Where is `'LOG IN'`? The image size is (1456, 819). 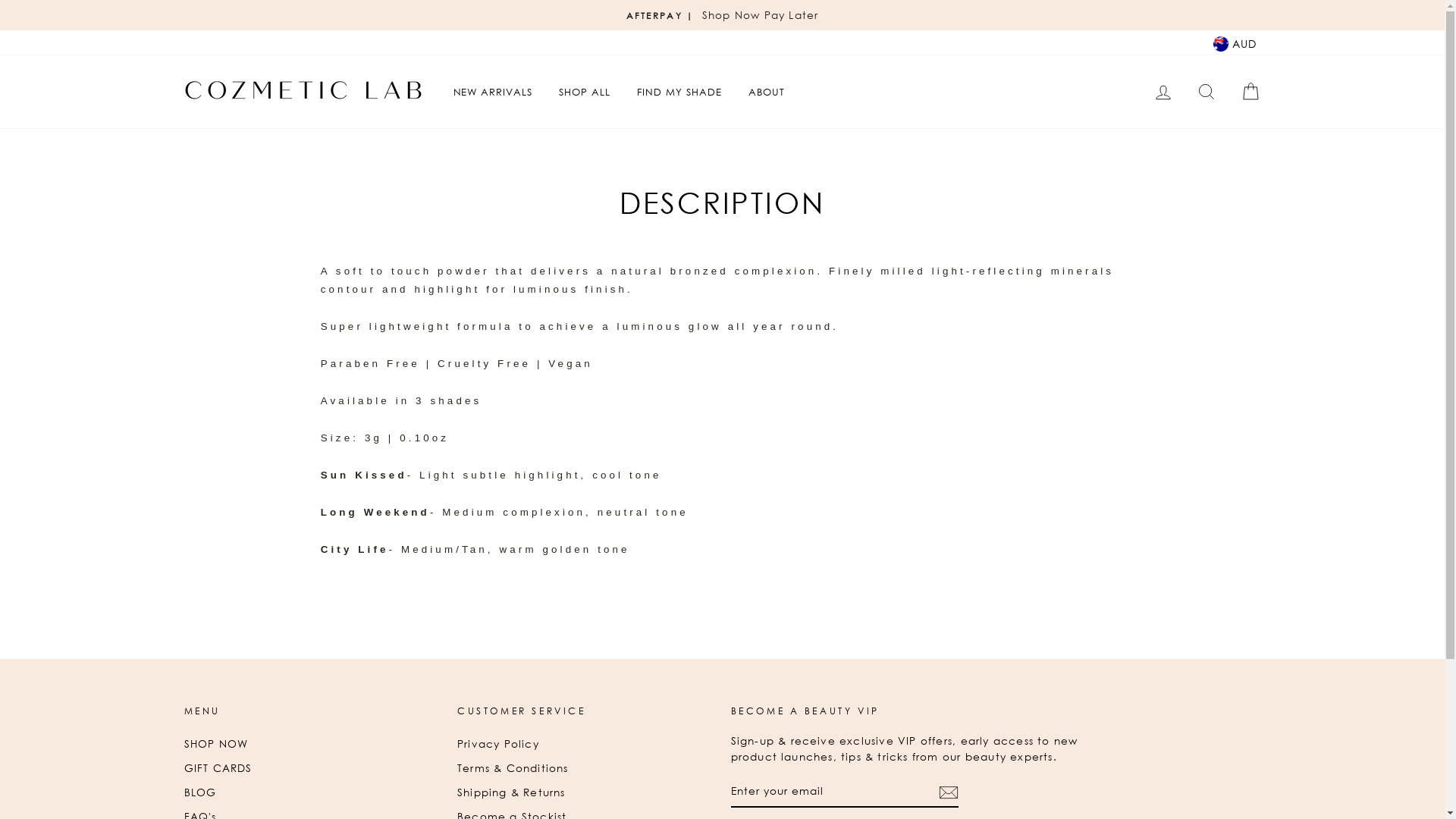
'LOG IN' is located at coordinates (1143, 92).